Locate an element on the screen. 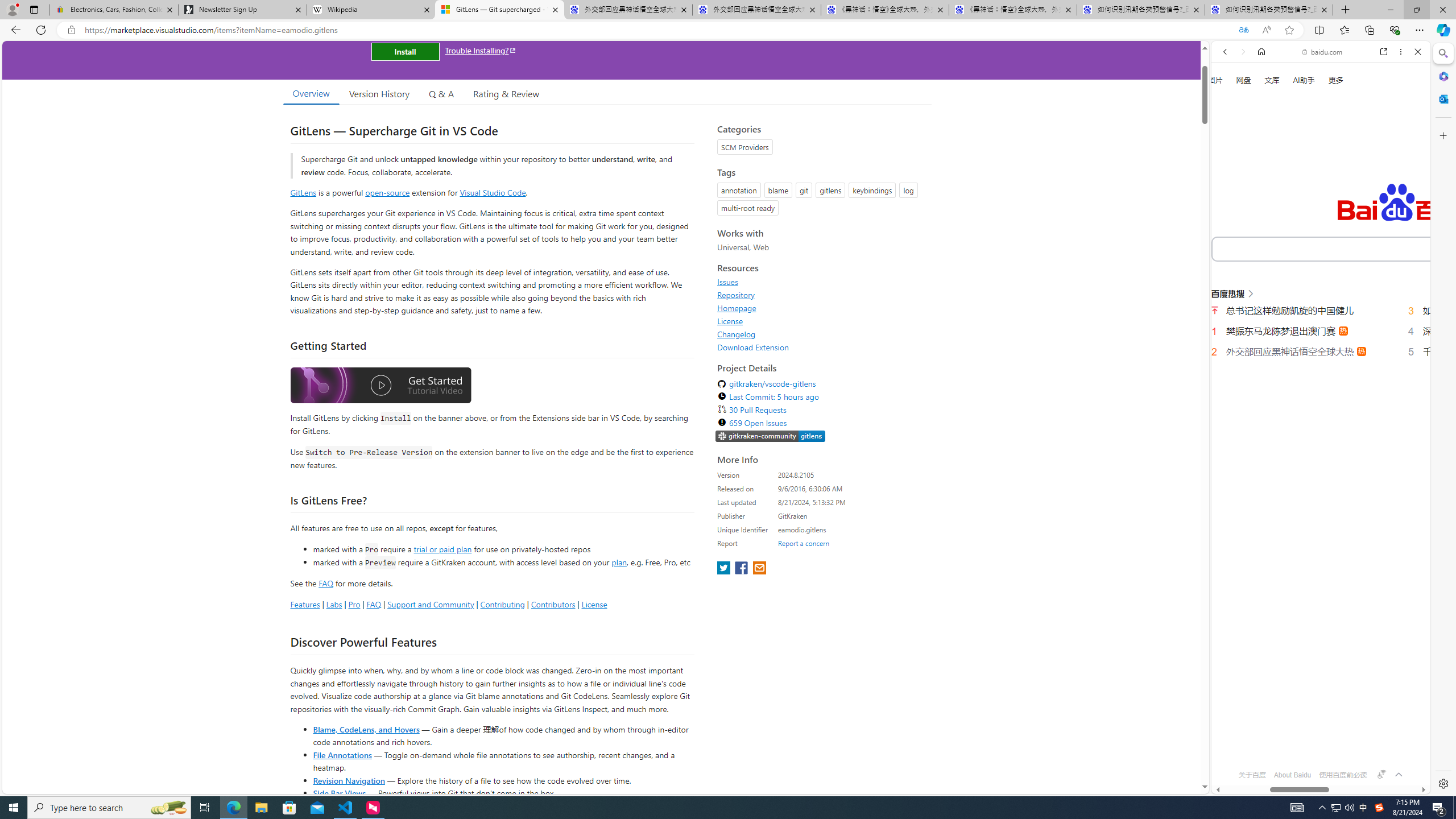 The width and height of the screenshot is (1456, 819). 'Repository' is located at coordinates (735, 294).